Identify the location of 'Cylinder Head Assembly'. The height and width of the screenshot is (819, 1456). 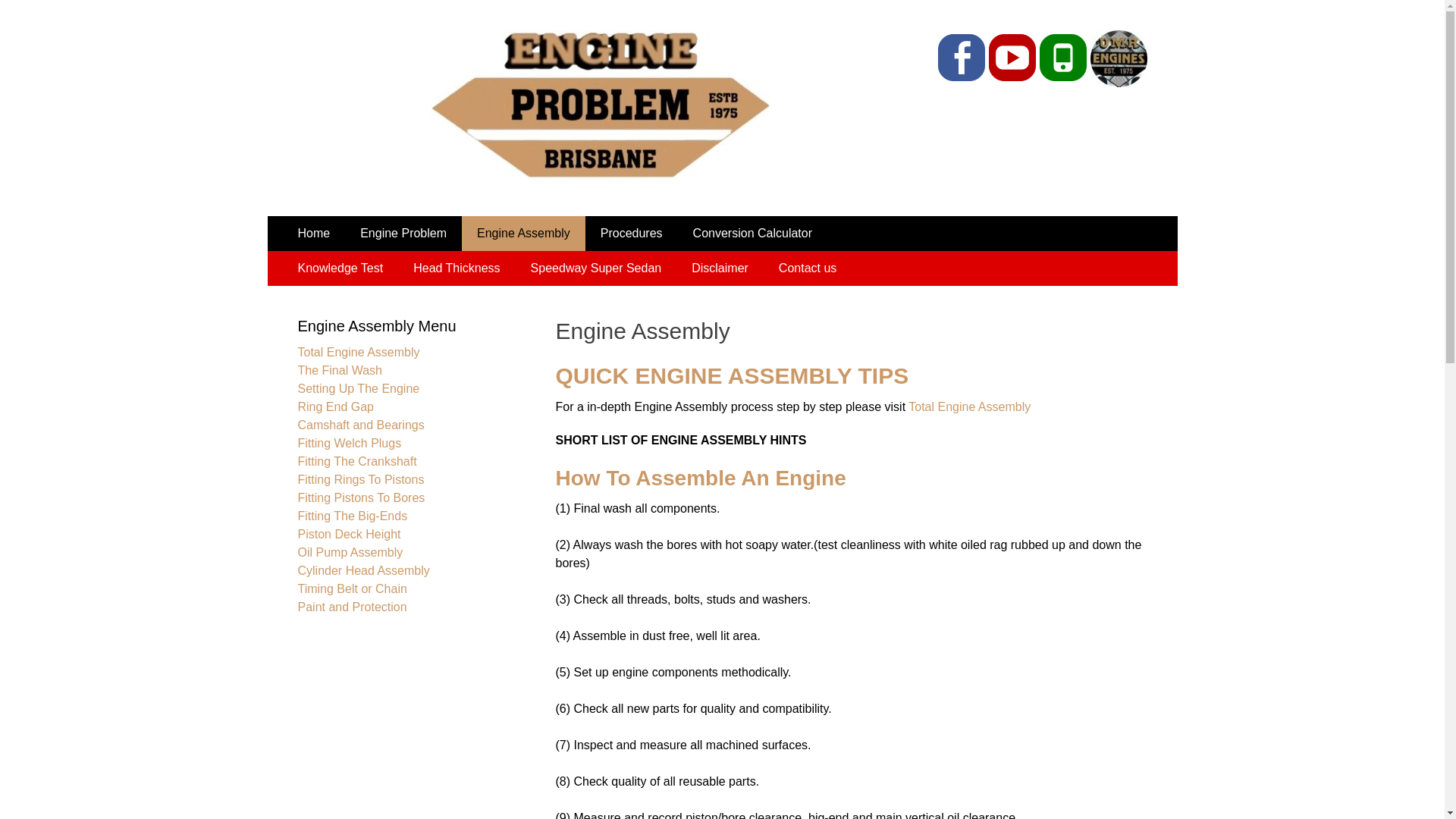
(362, 570).